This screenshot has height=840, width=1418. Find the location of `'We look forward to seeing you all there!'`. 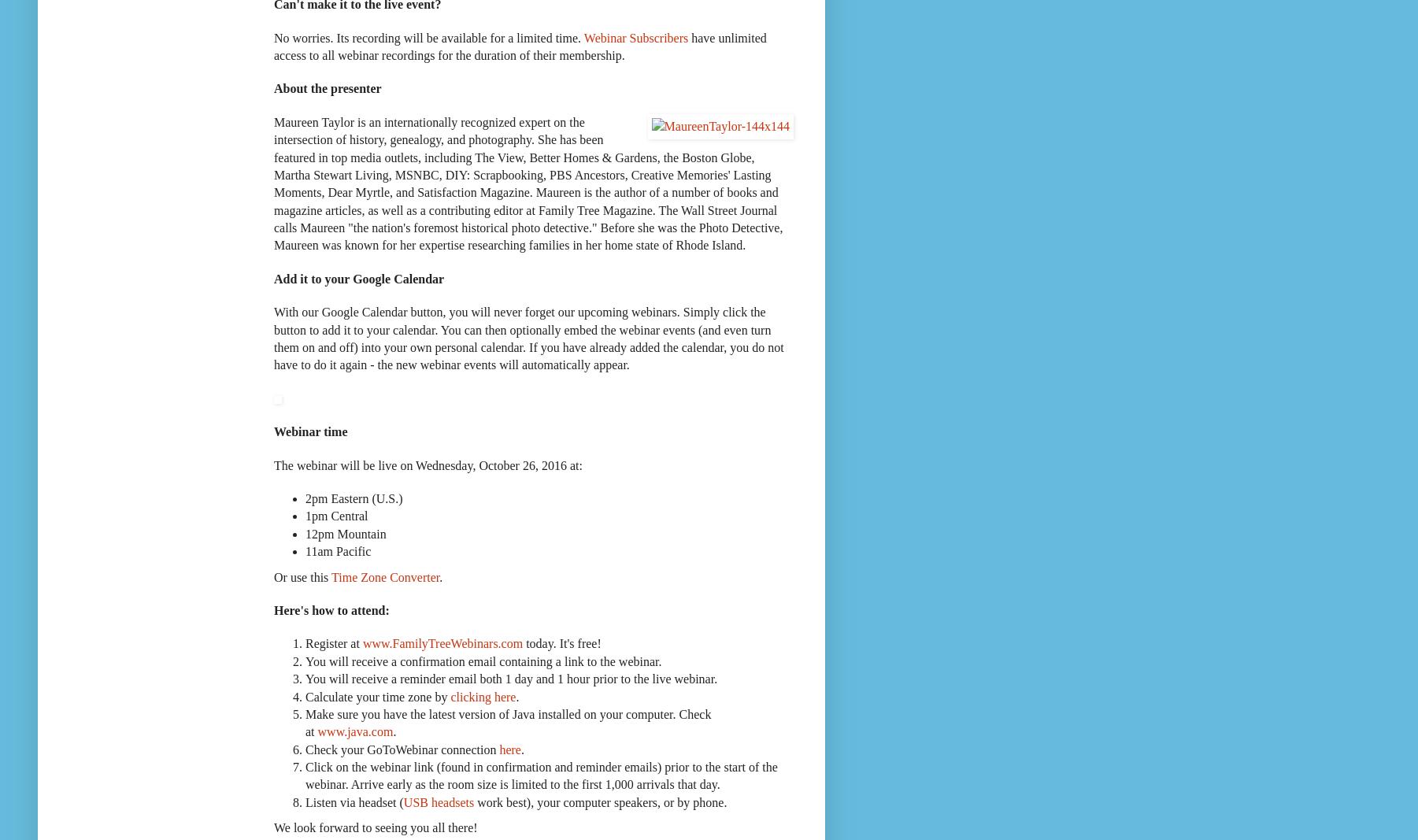

'We look forward to seeing you all there!' is located at coordinates (375, 827).